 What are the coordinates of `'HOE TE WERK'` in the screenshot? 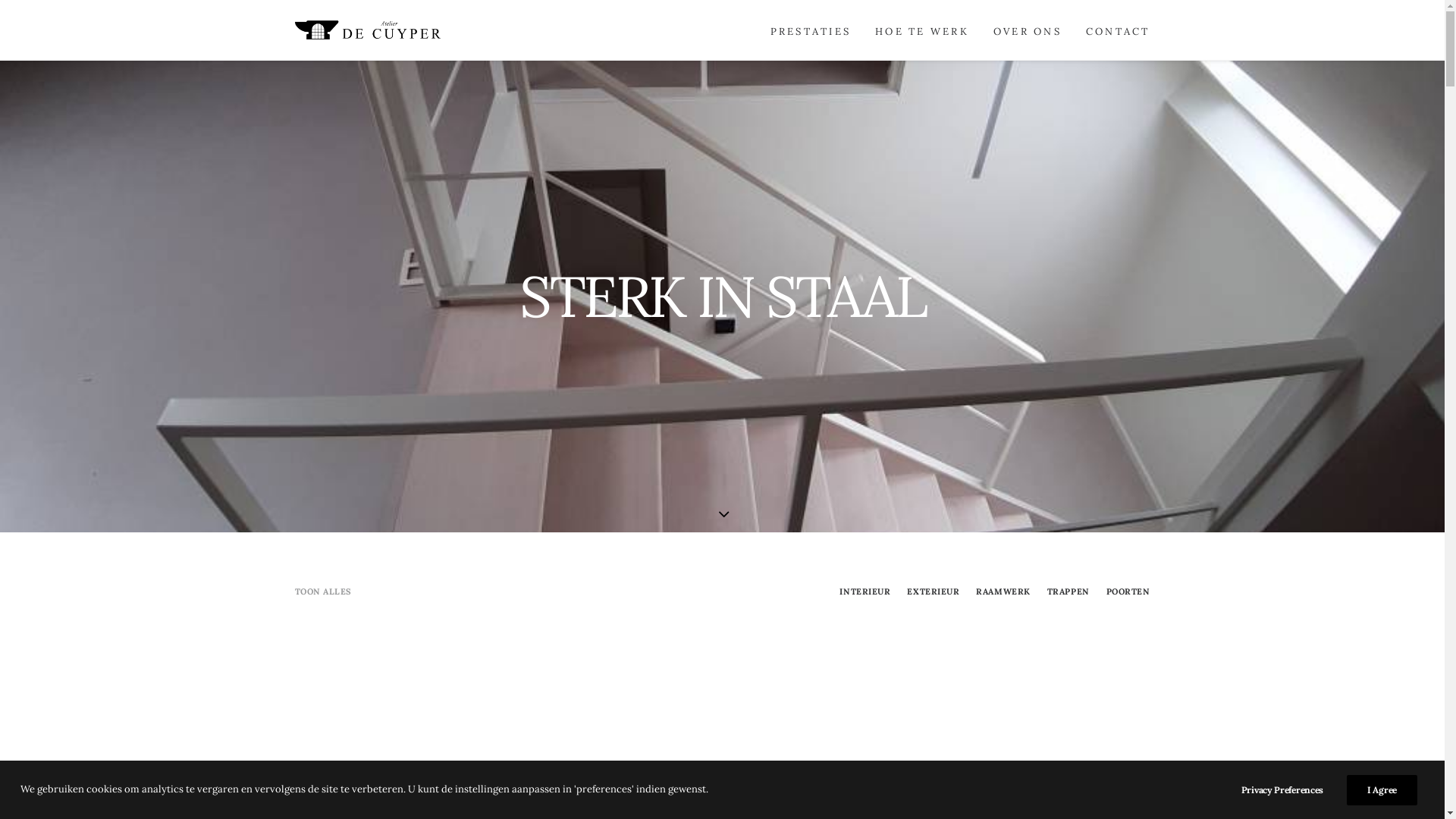 It's located at (921, 30).